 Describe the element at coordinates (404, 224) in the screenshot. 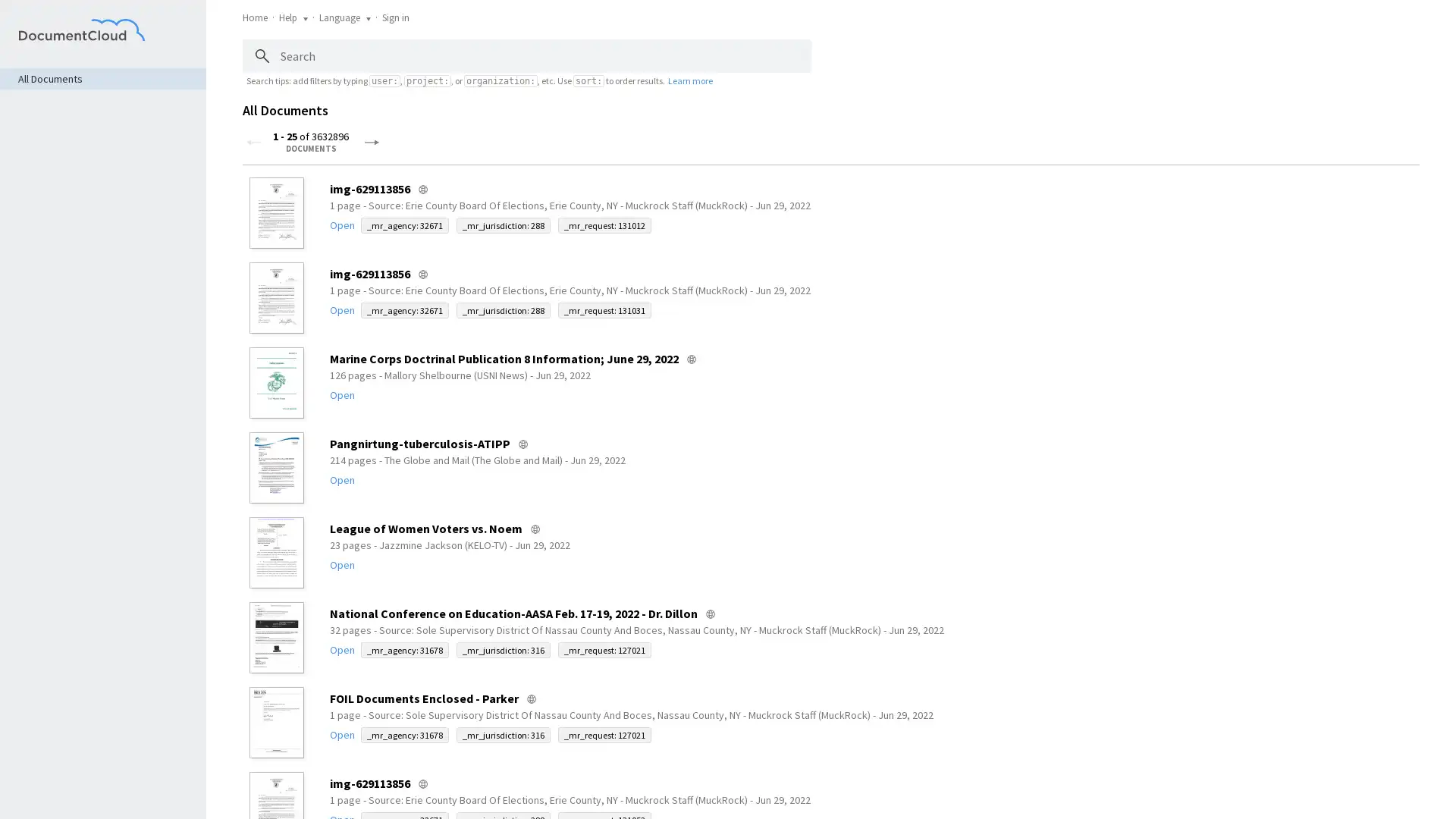

I see `_mr_agency: 32671` at that location.